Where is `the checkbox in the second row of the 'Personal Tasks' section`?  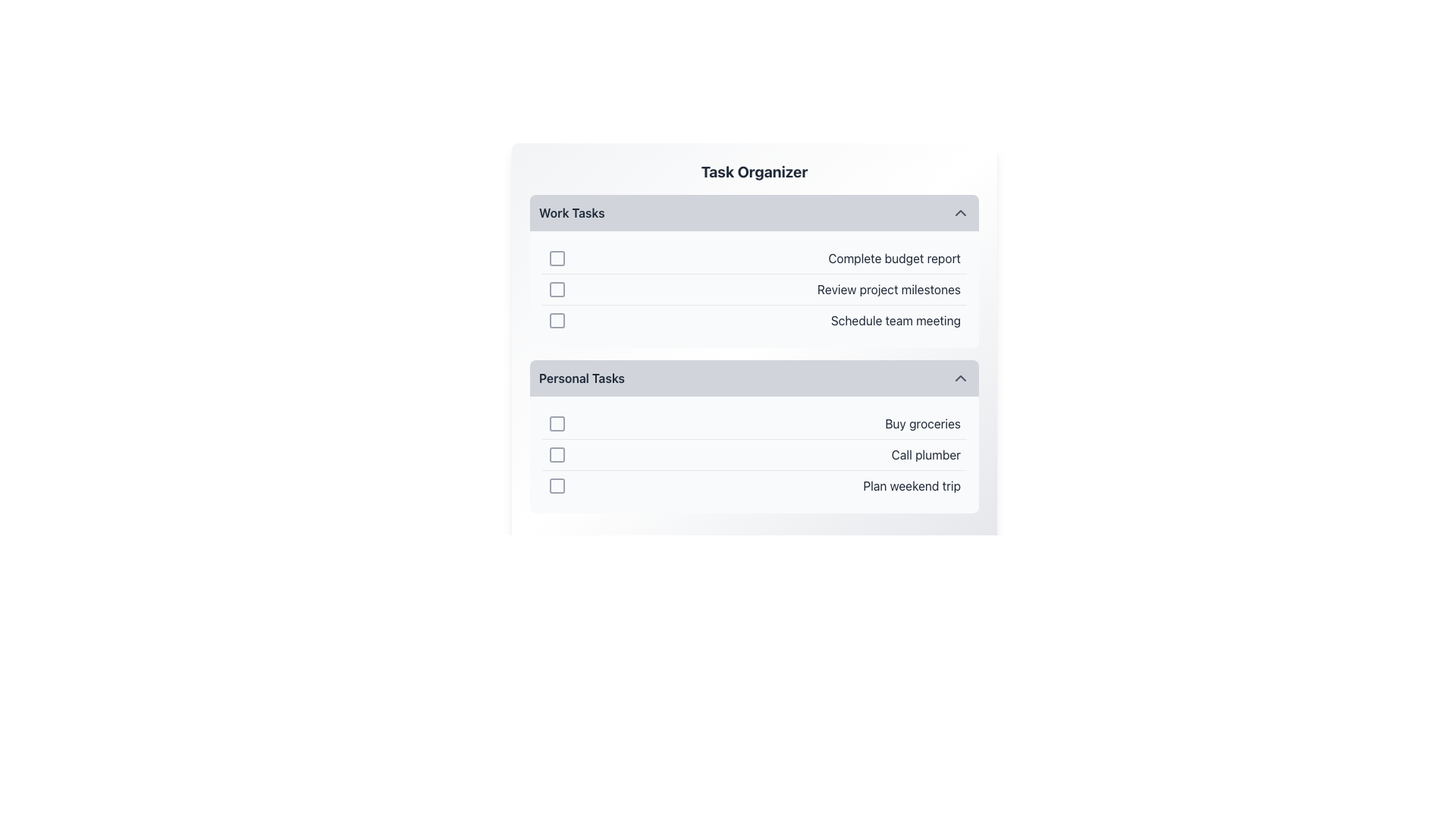
the checkbox in the second row of the 'Personal Tasks' section is located at coordinates (754, 454).